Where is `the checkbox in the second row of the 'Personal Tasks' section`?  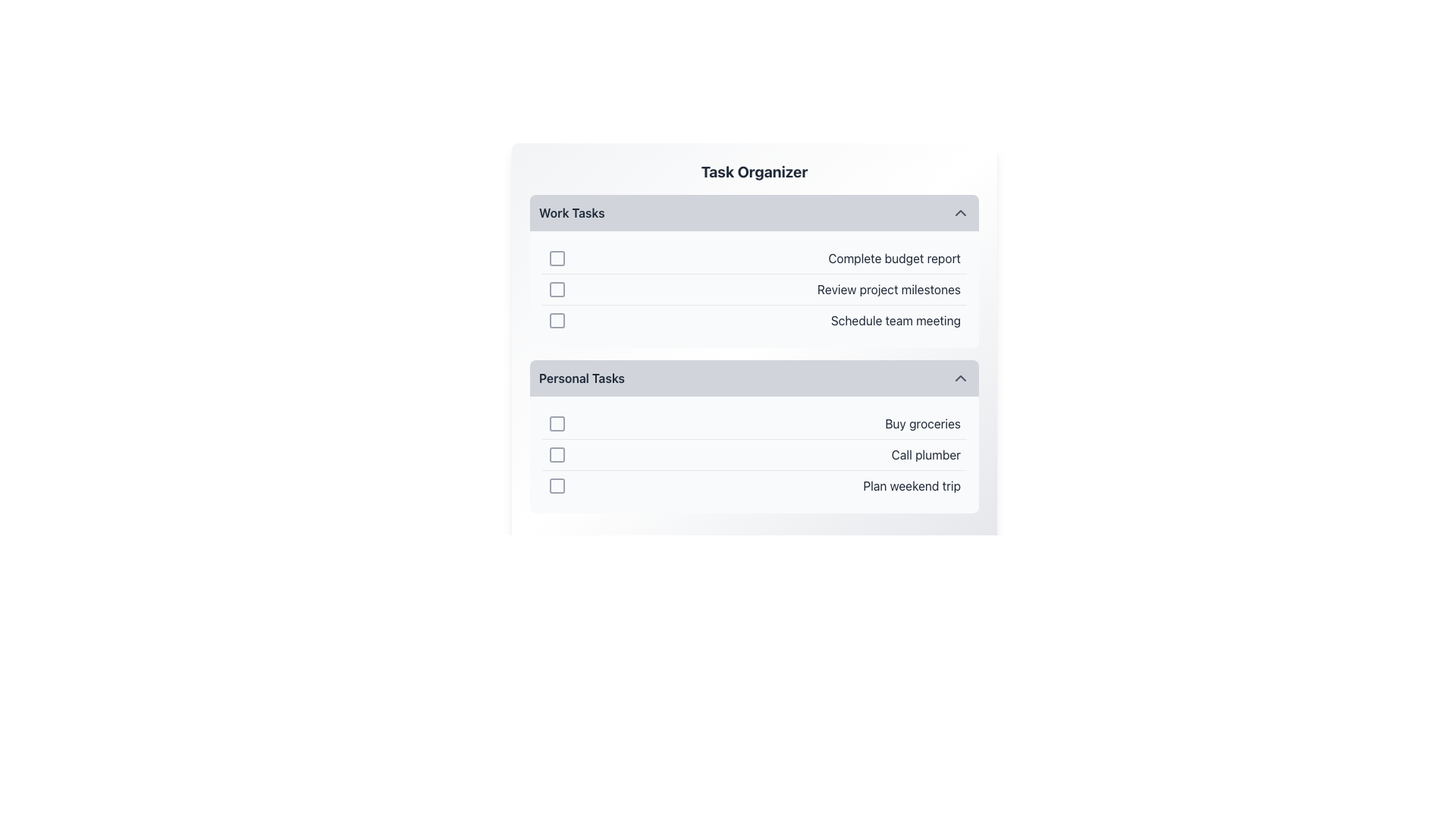
the checkbox in the second row of the 'Personal Tasks' section is located at coordinates (754, 454).